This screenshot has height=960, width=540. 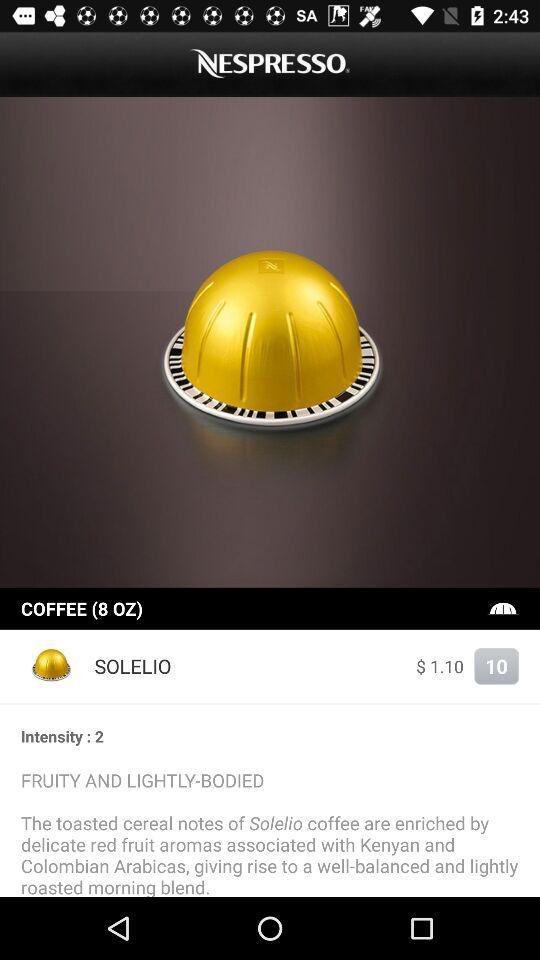 What do you see at coordinates (440, 666) in the screenshot?
I see `the icon below coffee (8 oz) icon` at bounding box center [440, 666].